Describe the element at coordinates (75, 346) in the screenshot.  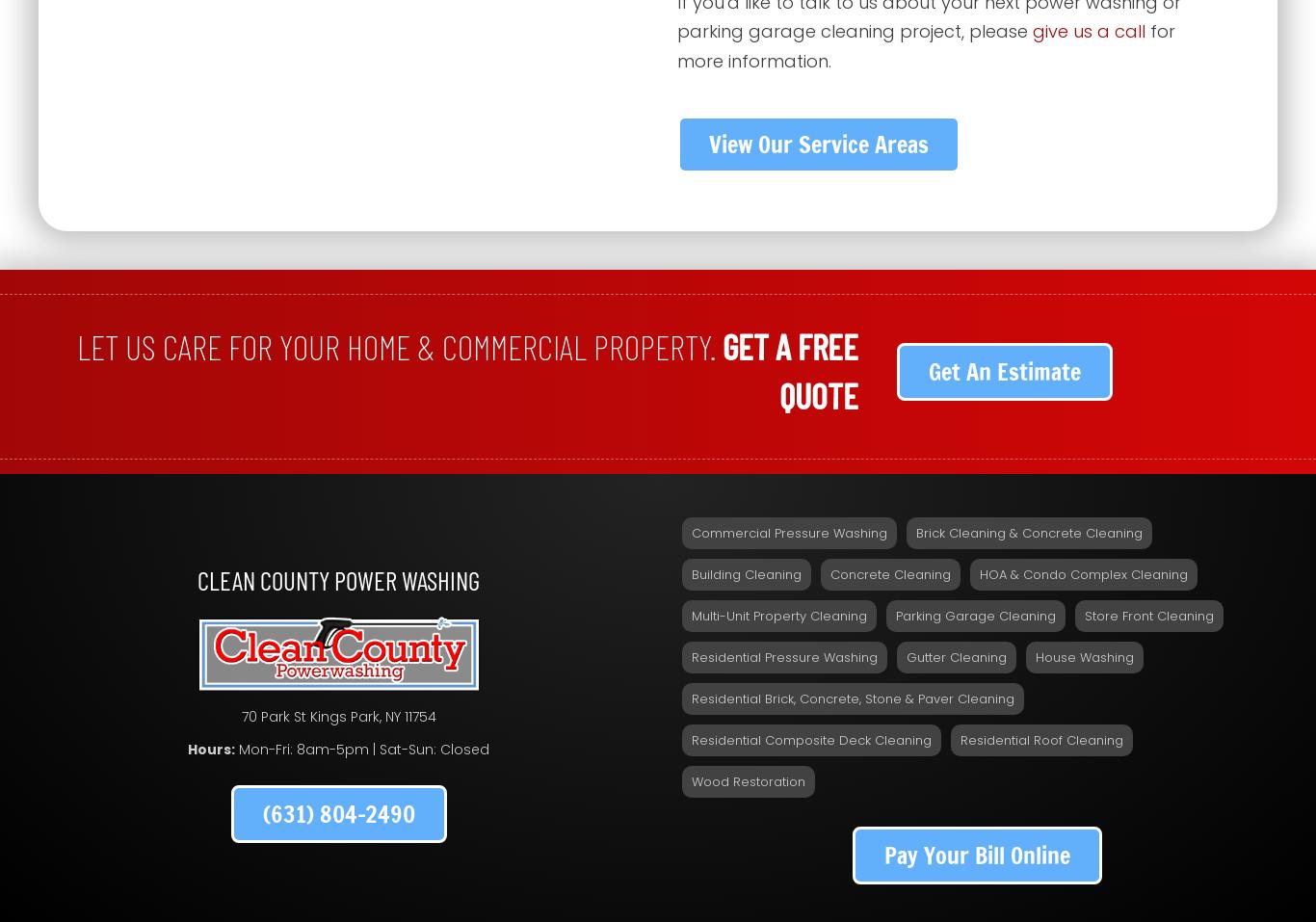
I see `'Let Us Care For Your Home & Commercial Property.'` at that location.